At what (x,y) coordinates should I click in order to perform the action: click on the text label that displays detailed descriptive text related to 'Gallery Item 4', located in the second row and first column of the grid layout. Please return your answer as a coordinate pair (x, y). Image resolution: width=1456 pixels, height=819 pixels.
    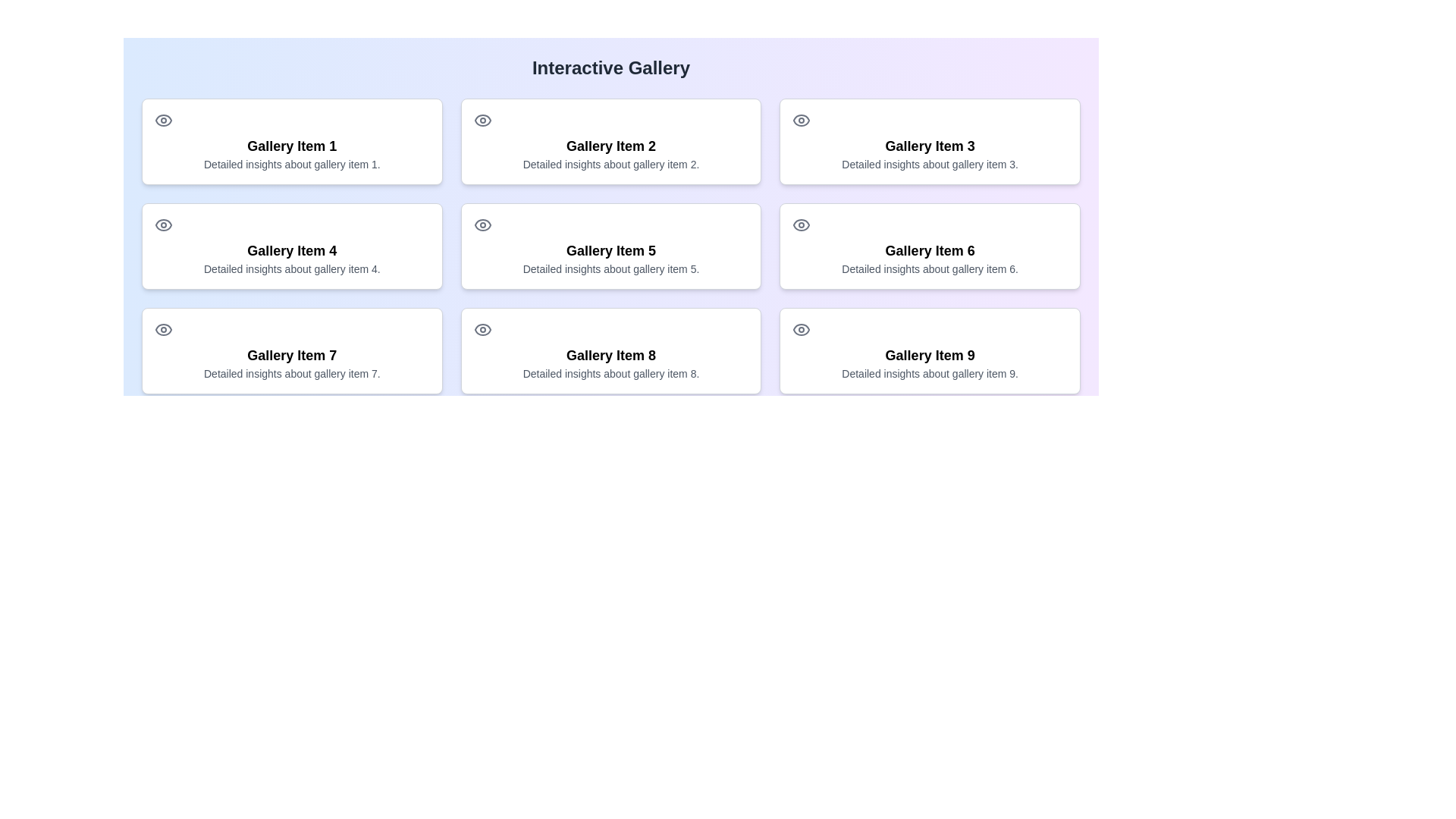
    Looking at the image, I should click on (292, 268).